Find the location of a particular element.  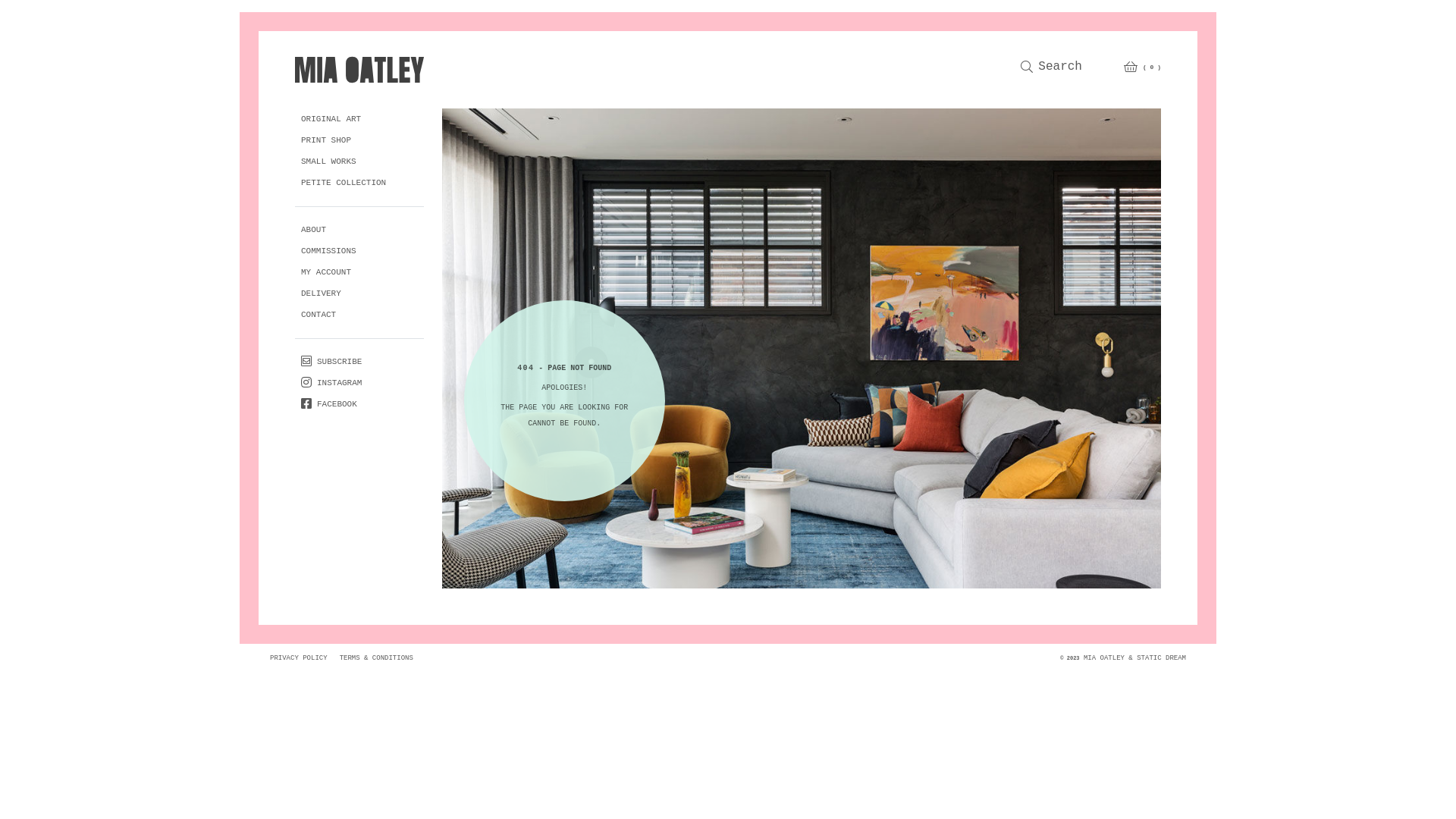

'Privacy Policy' is located at coordinates (263, 656).